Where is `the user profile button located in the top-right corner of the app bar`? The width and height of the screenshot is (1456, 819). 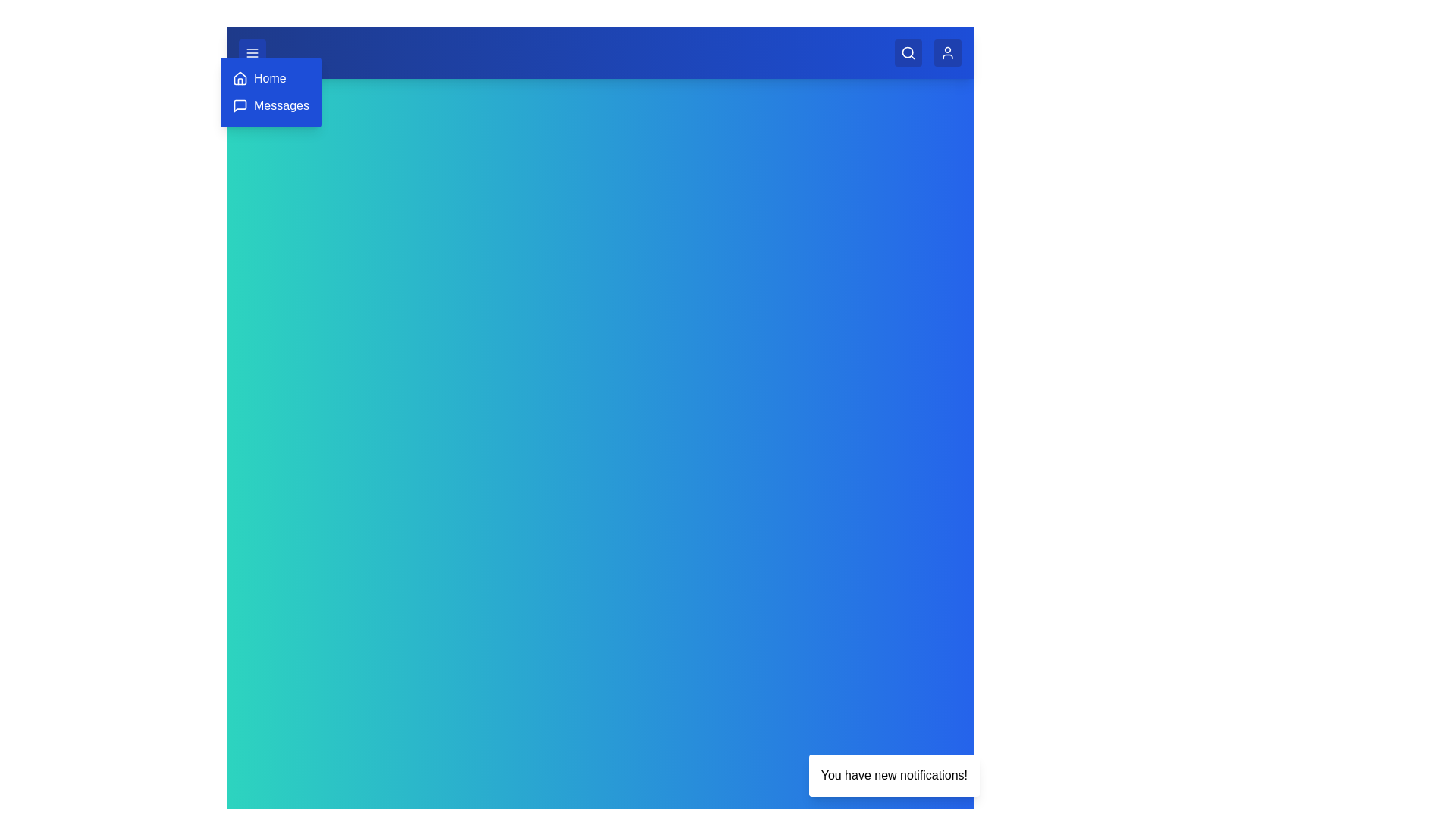
the user profile button located in the top-right corner of the app bar is located at coordinates (946, 52).